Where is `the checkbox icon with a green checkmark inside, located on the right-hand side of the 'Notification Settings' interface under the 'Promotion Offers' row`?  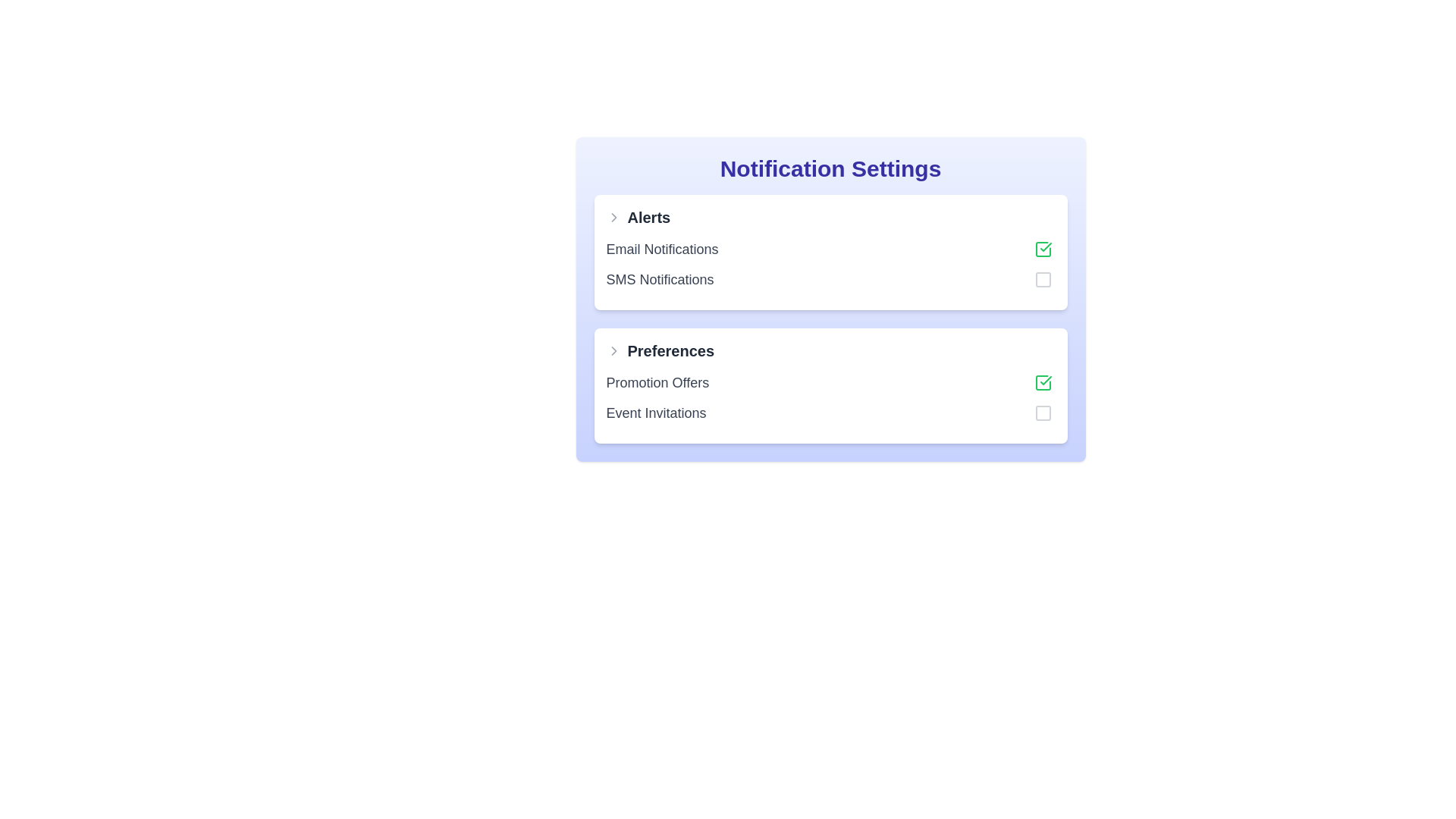
the checkbox icon with a green checkmark inside, located on the right-hand side of the 'Notification Settings' interface under the 'Promotion Offers' row is located at coordinates (1042, 382).